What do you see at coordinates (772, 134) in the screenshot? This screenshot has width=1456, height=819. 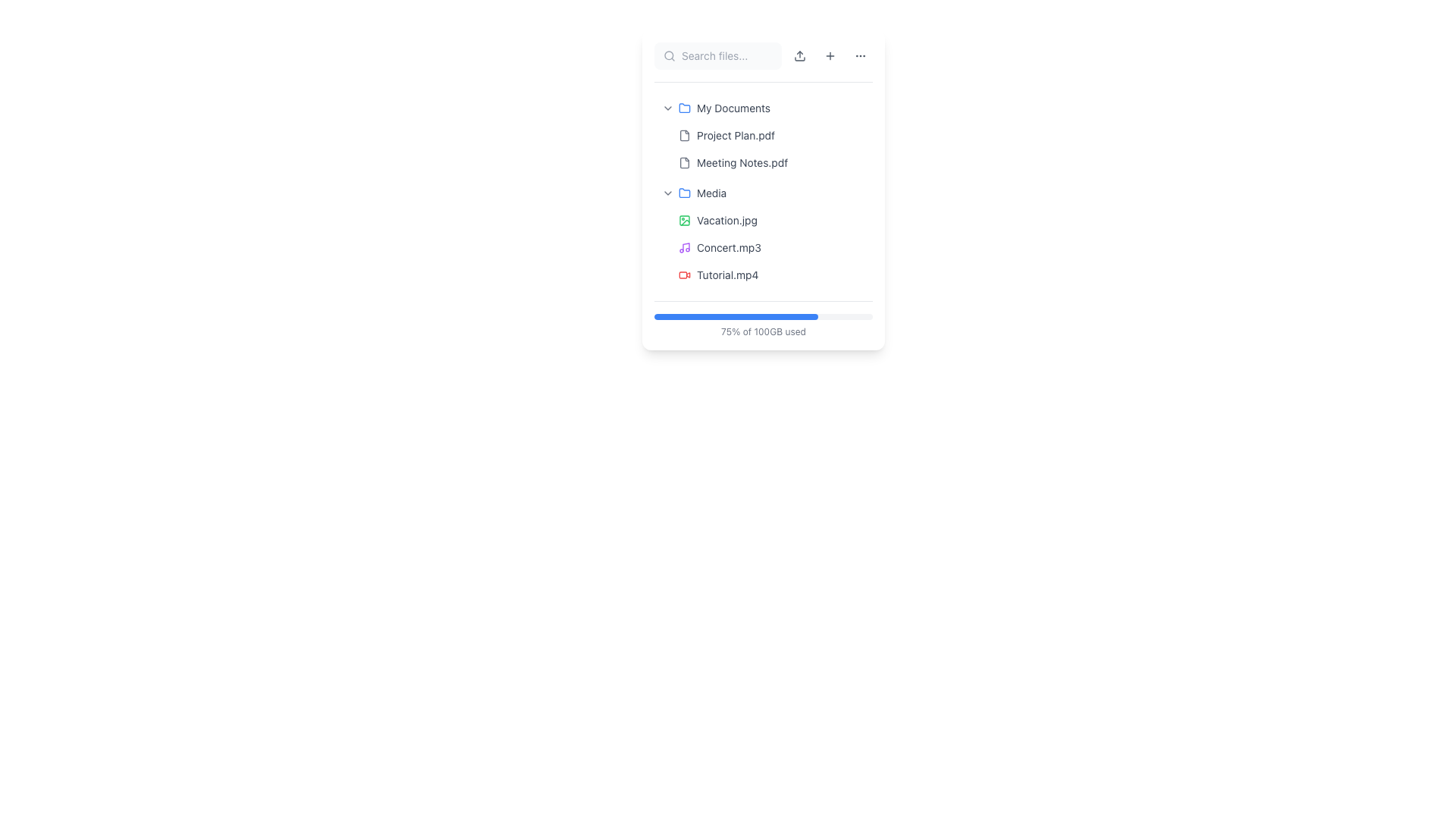 I see `on the 'Project Plan.pdf' file item located as the first item in the list under 'My Documents'` at bounding box center [772, 134].